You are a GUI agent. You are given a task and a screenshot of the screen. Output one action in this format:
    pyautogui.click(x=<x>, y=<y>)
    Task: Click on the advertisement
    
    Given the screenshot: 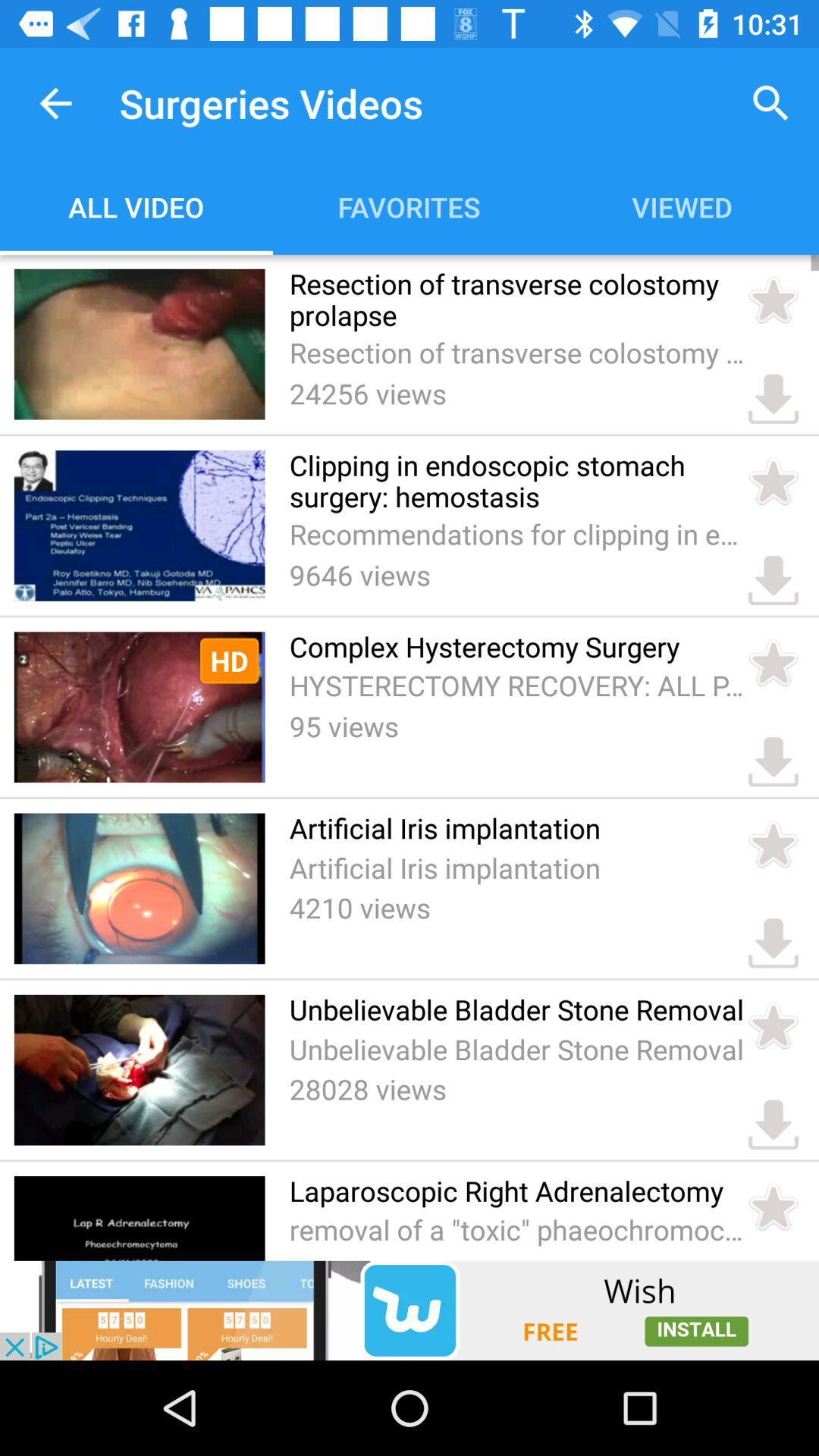 What is the action you would take?
    pyautogui.click(x=409, y=1310)
    